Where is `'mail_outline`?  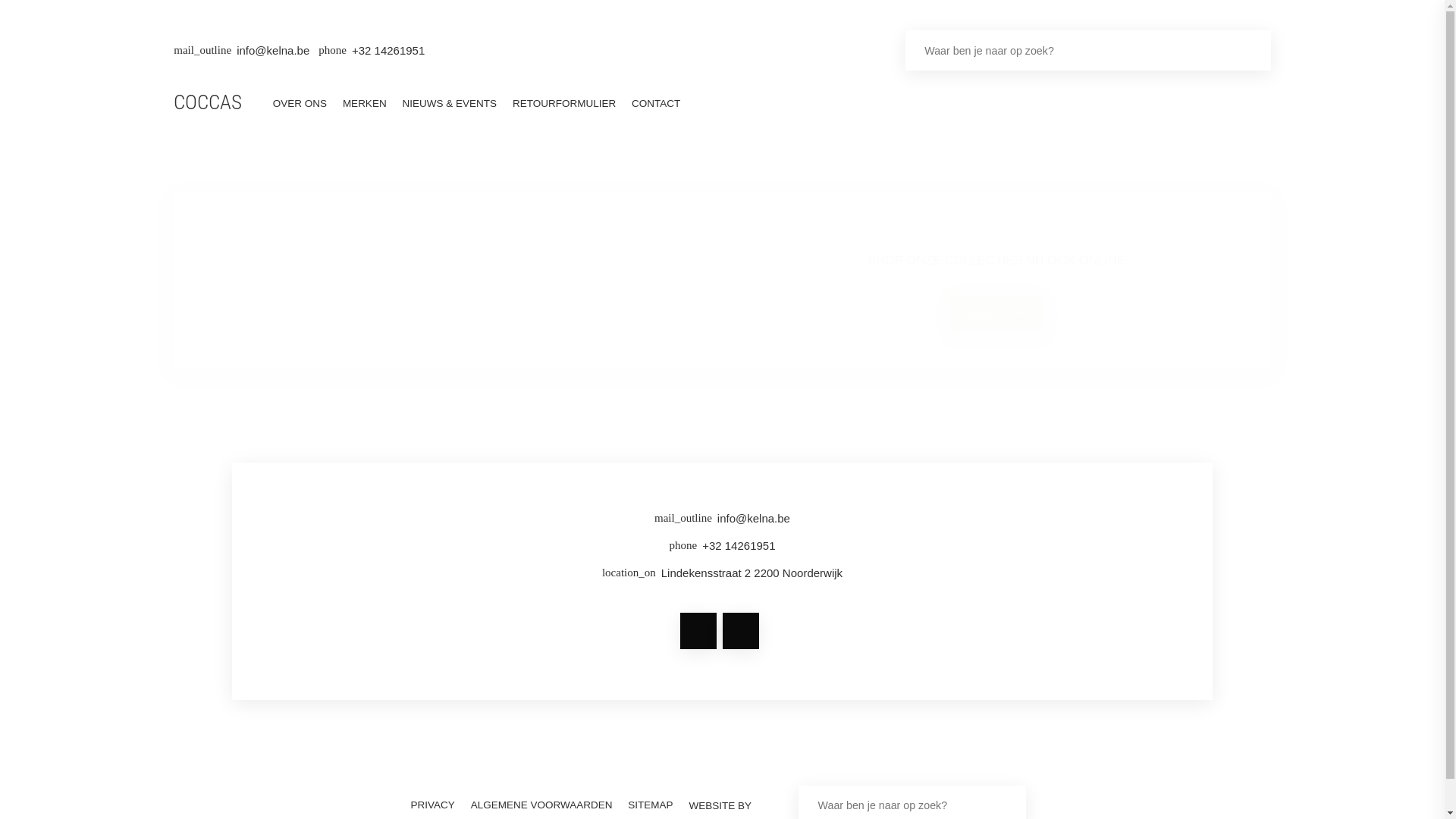
'mail_outline is located at coordinates (240, 49).